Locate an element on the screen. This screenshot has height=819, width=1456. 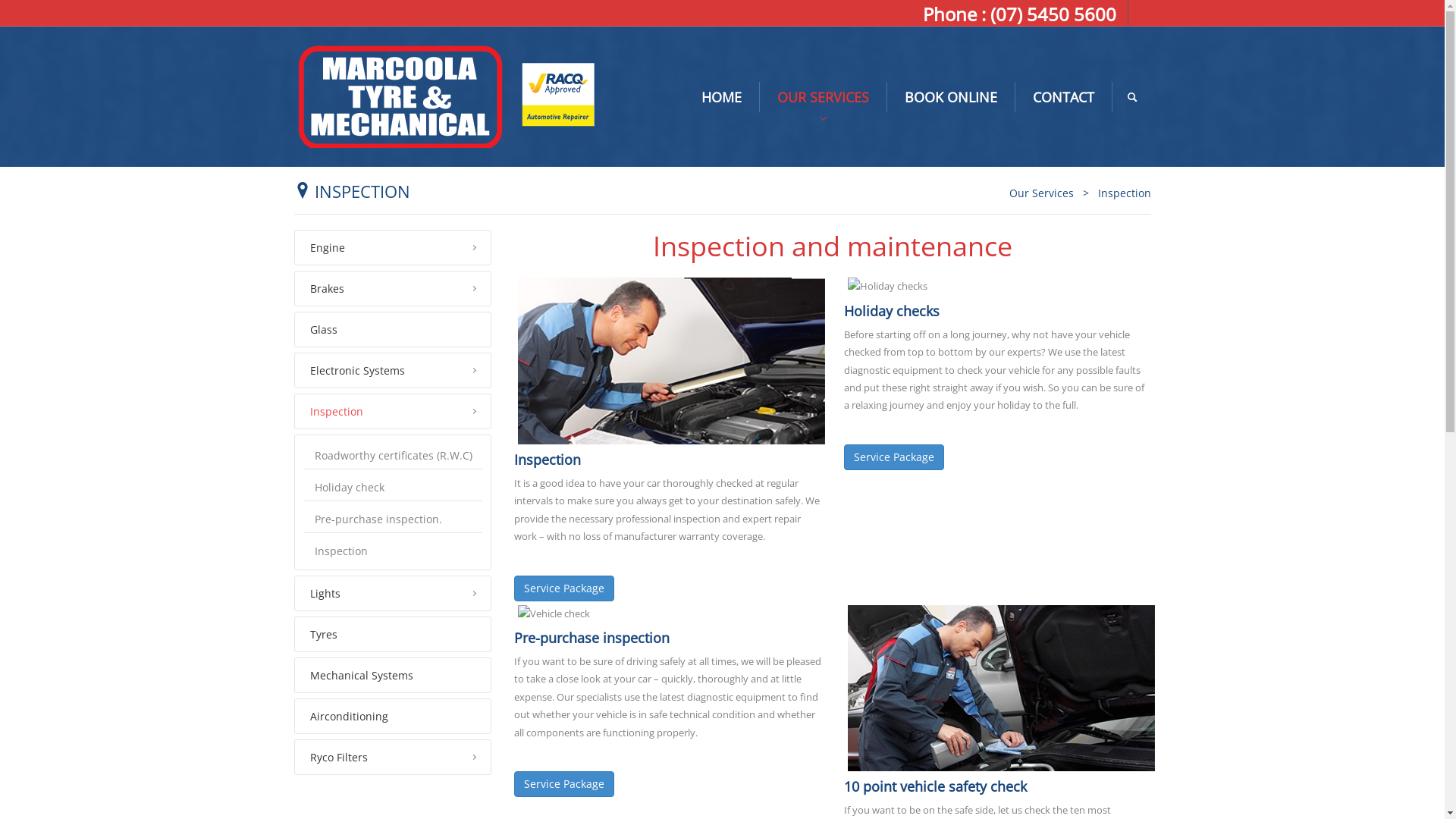
'HOME' is located at coordinates (683, 96).